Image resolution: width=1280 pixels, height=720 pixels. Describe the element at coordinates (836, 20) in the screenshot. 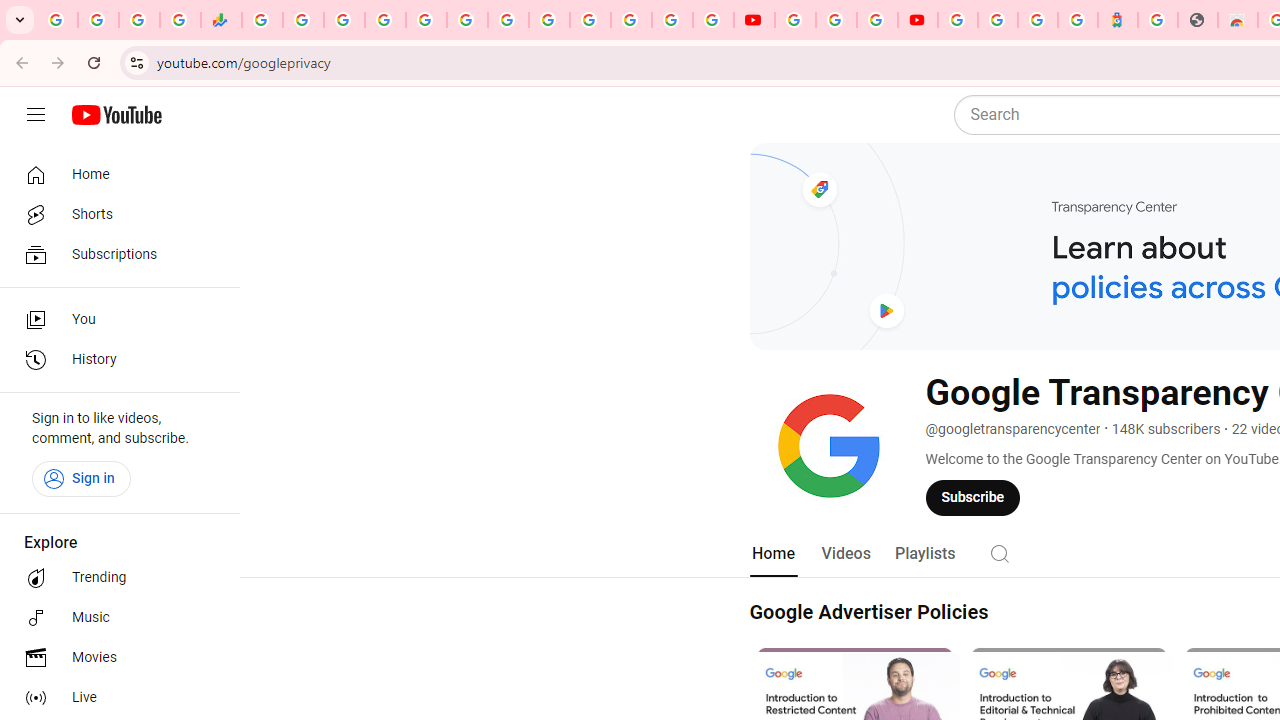

I see `'Google Account Help'` at that location.